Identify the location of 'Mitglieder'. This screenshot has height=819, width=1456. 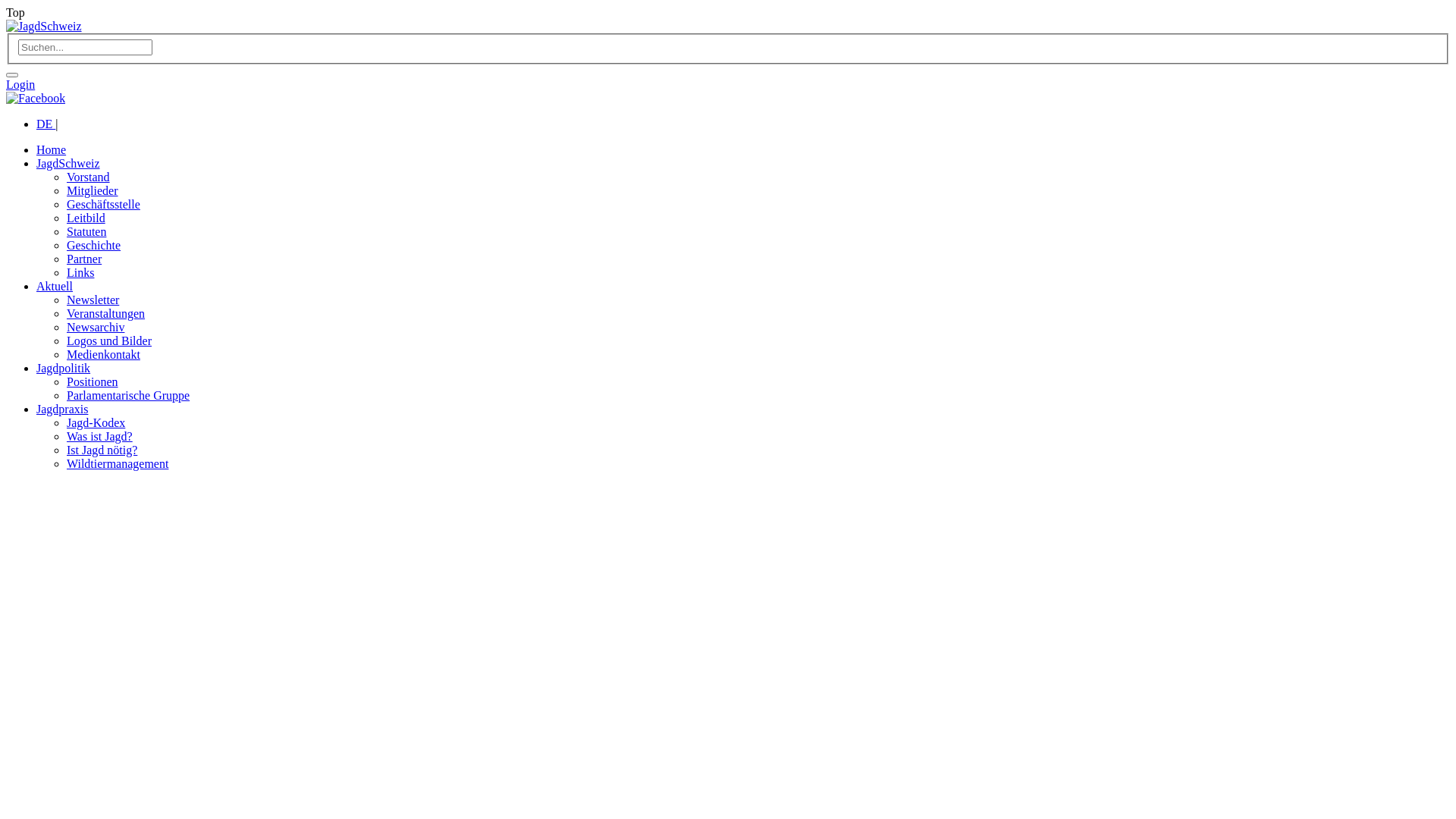
(91, 190).